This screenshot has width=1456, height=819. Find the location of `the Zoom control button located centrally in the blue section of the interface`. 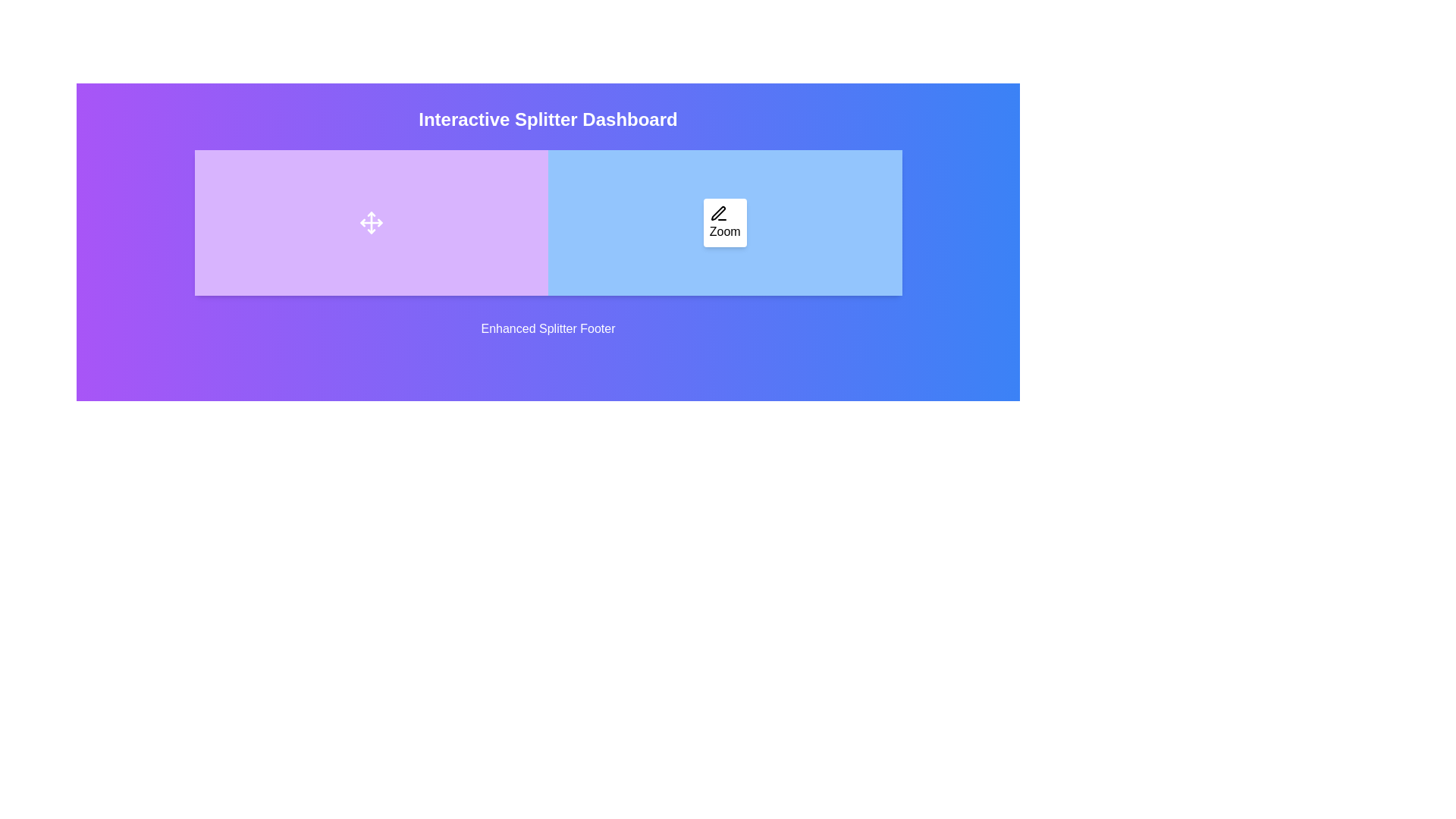

the Zoom control button located centrally in the blue section of the interface is located at coordinates (724, 222).